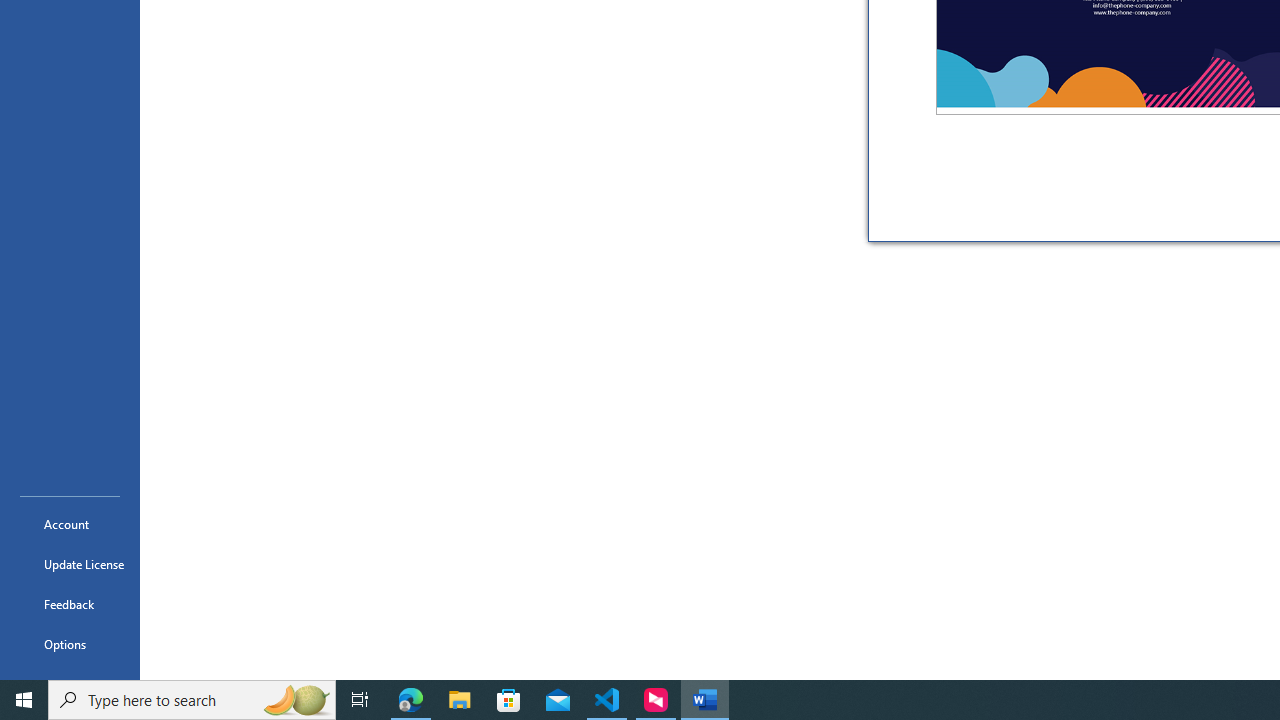  I want to click on 'Task View', so click(359, 698).